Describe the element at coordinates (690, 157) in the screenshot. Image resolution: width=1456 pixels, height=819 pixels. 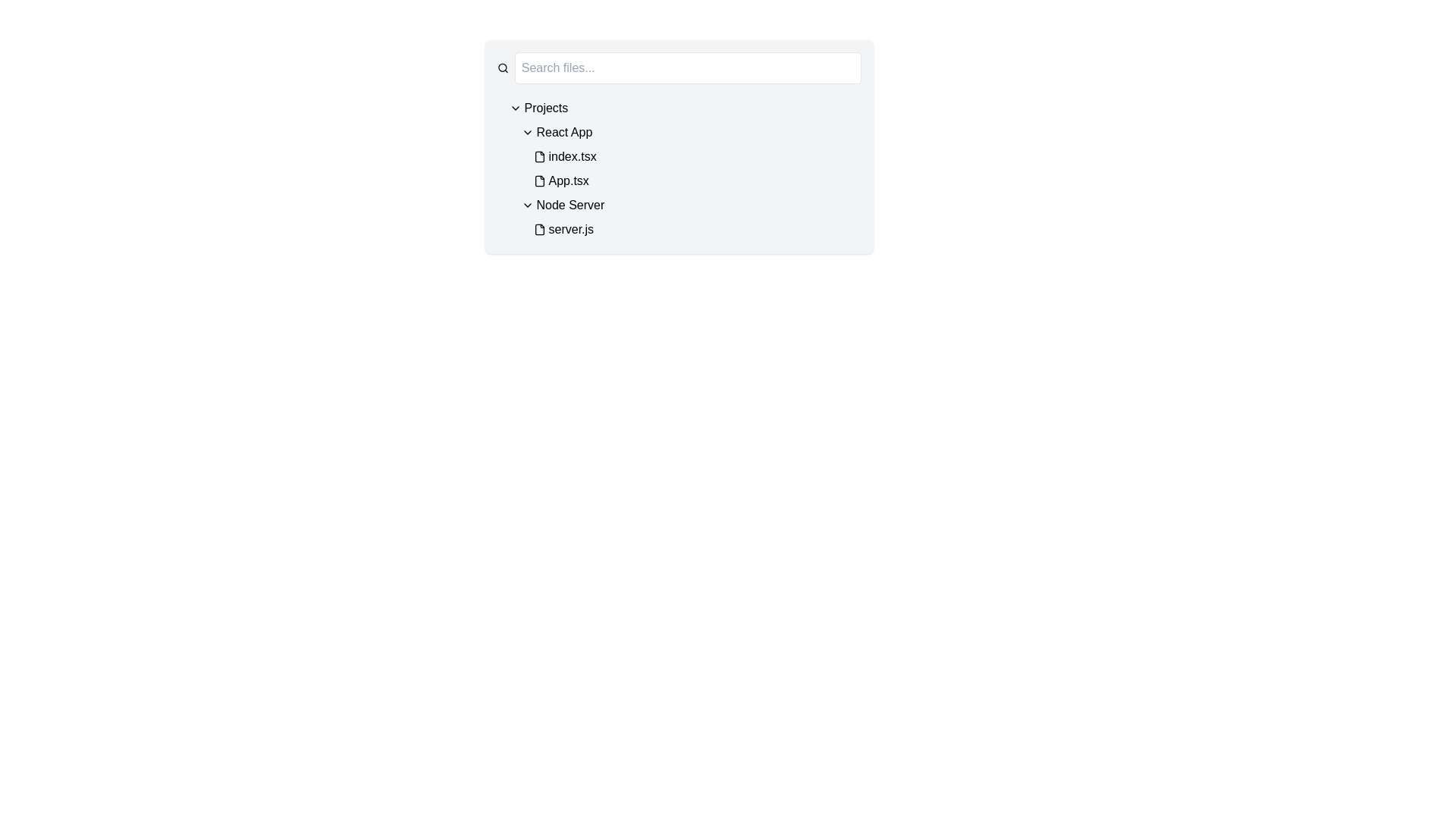
I see `on the file name 'App.tsx' located in the second row under the 'React App' section` at that location.